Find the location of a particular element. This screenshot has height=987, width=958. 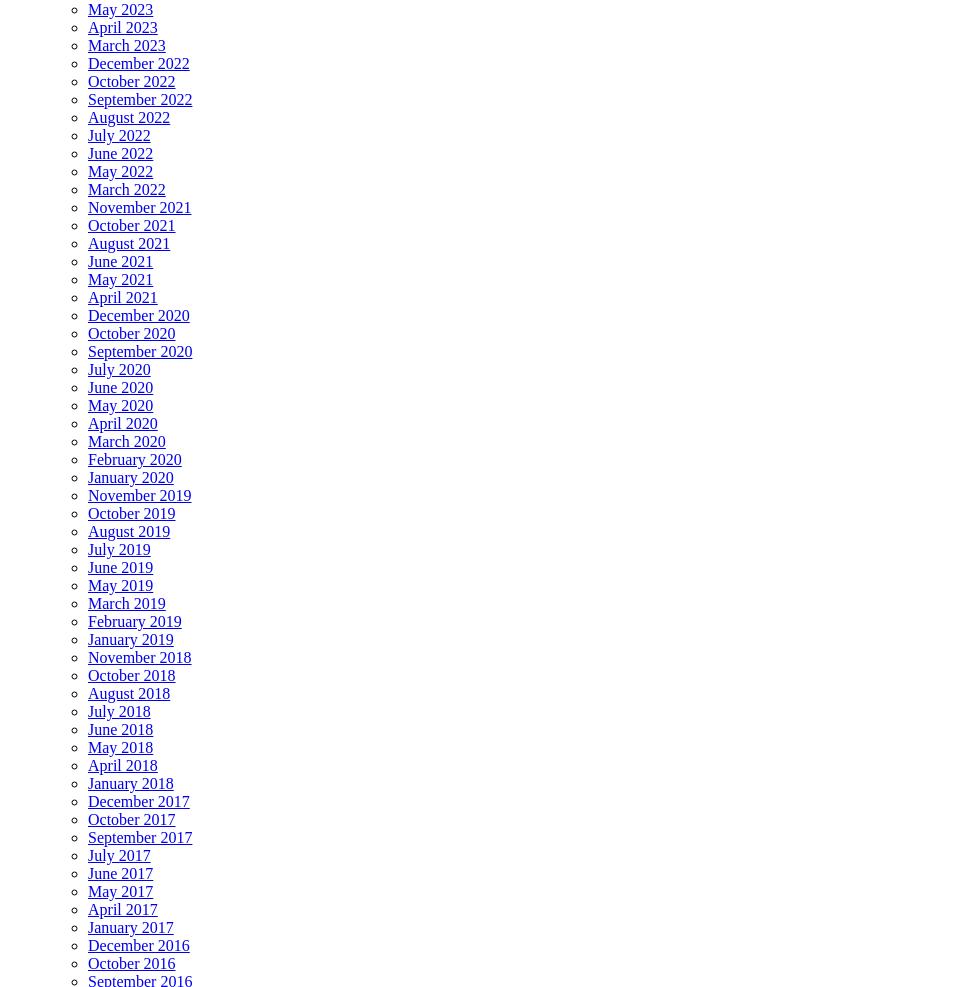

'October 2021' is located at coordinates (131, 225).